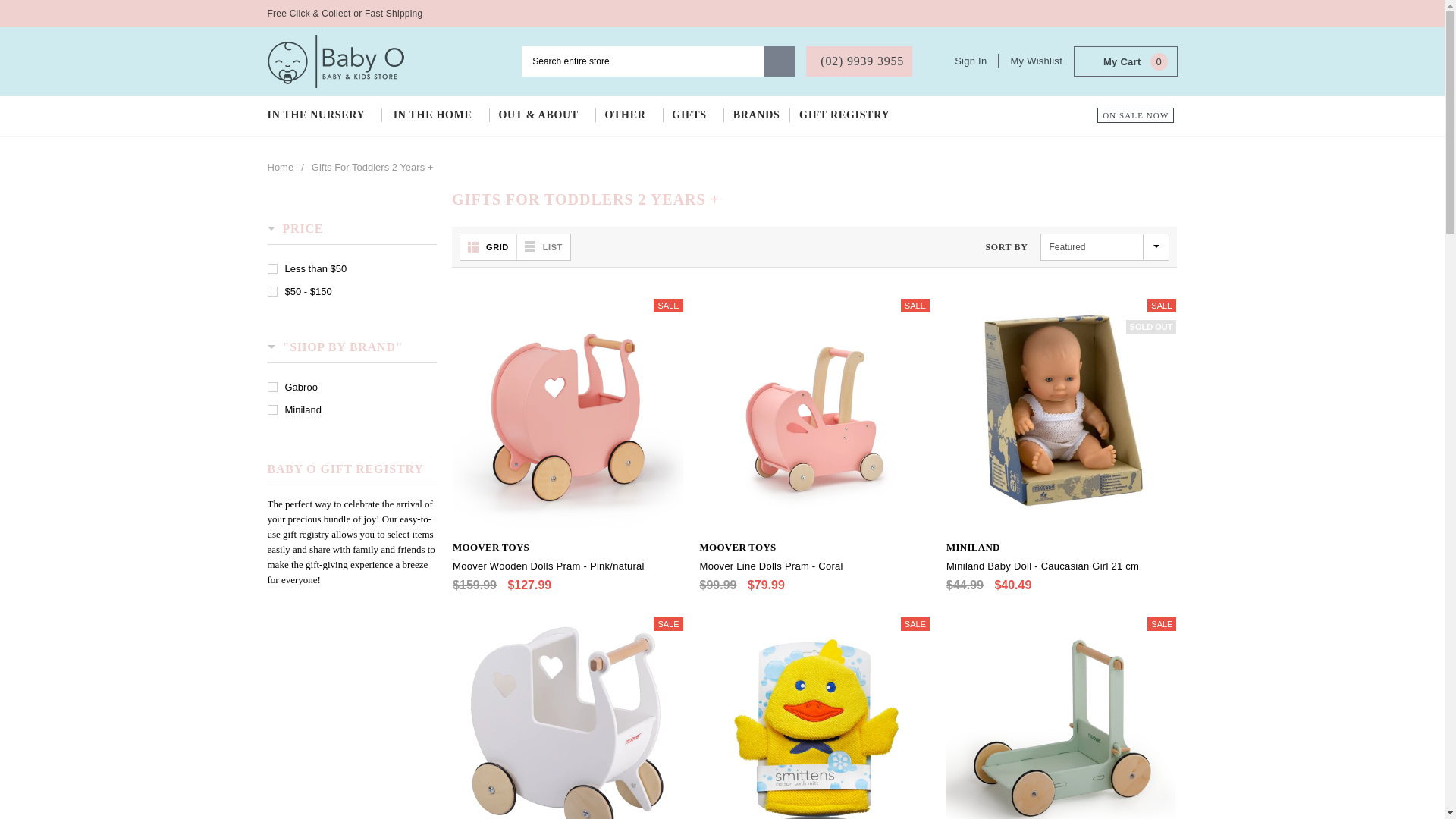 The height and width of the screenshot is (819, 1456). Describe the element at coordinates (311, 167) in the screenshot. I see `'Gifts For Toddlers 2 Years +'` at that location.